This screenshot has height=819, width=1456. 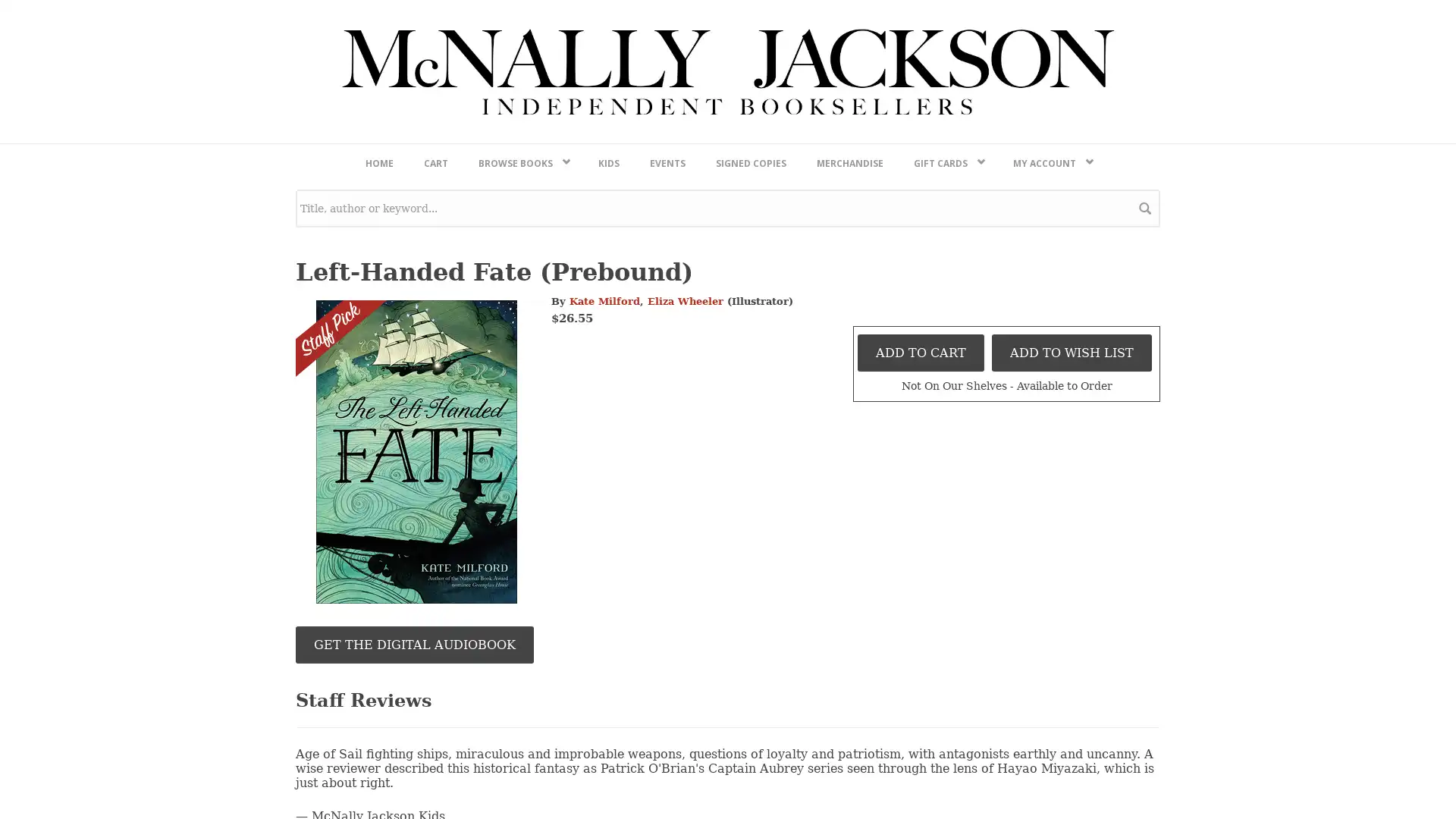 What do you see at coordinates (920, 752) in the screenshot?
I see `Add to Cart` at bounding box center [920, 752].